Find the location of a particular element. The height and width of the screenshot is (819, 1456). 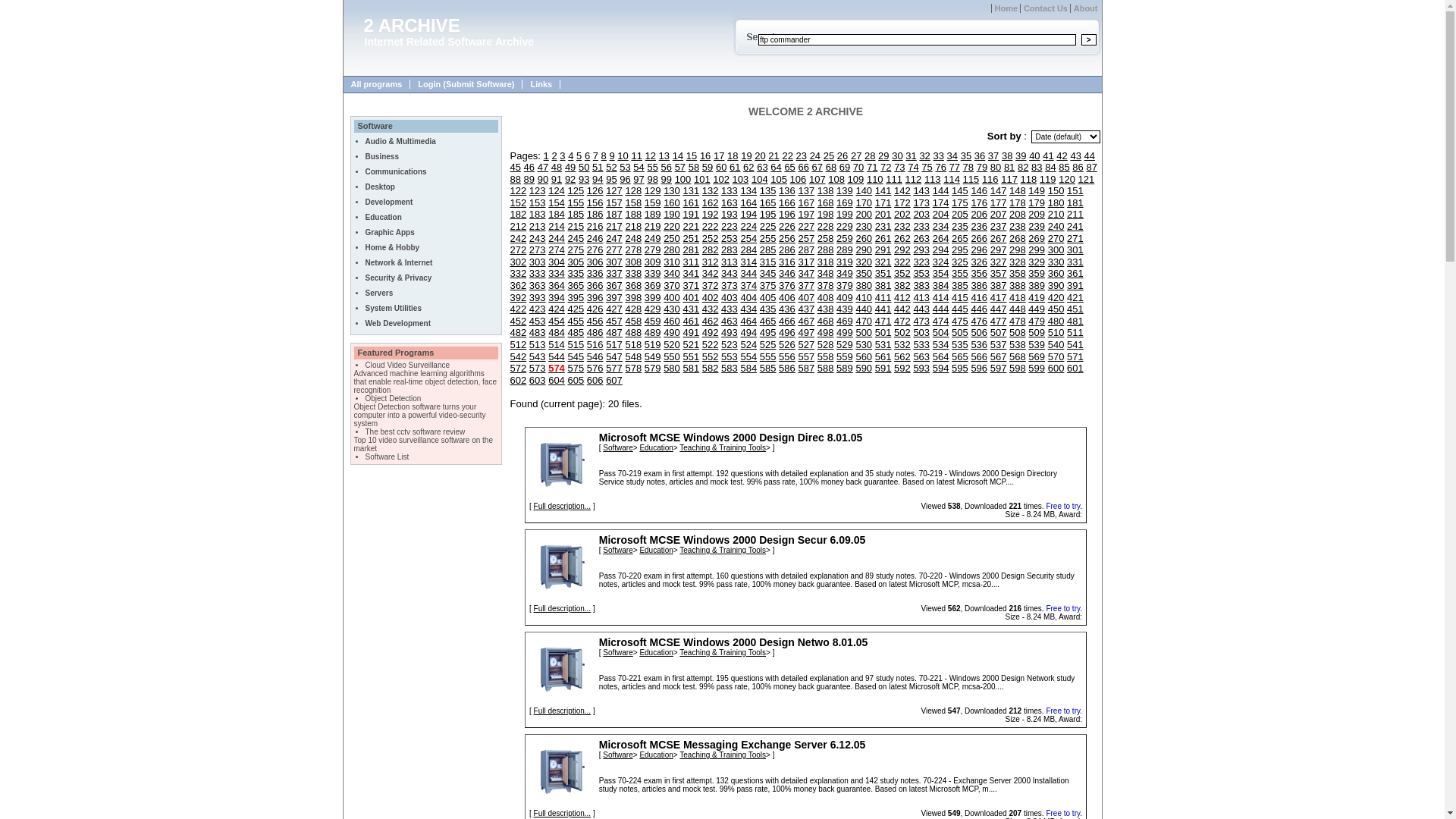

'564' is located at coordinates (931, 356).